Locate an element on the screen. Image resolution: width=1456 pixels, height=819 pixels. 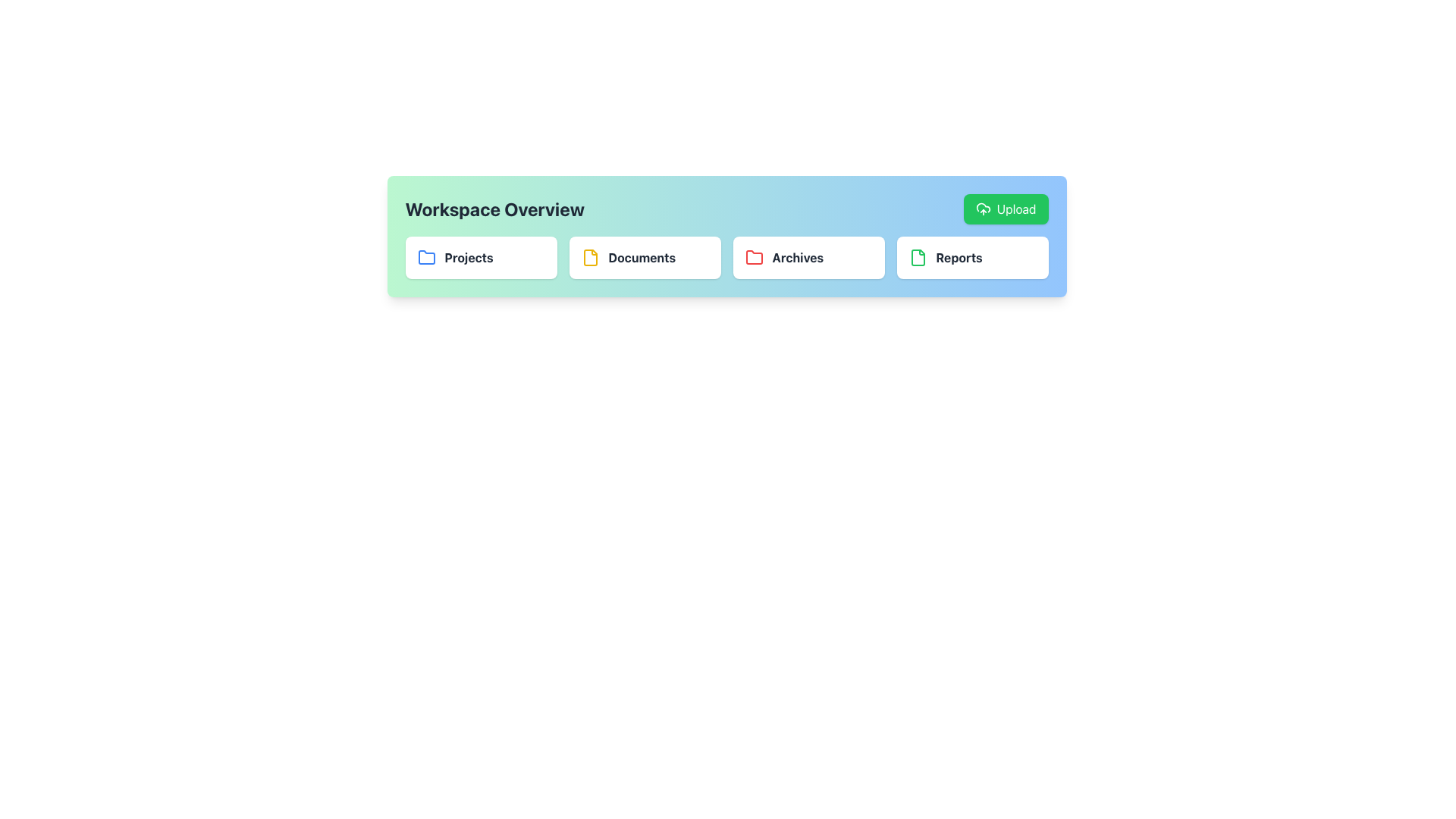
document icon representing the 'Reports' category, which is located between the 'Archives' category and the 'Upload' button in the workspace overview is located at coordinates (917, 256).